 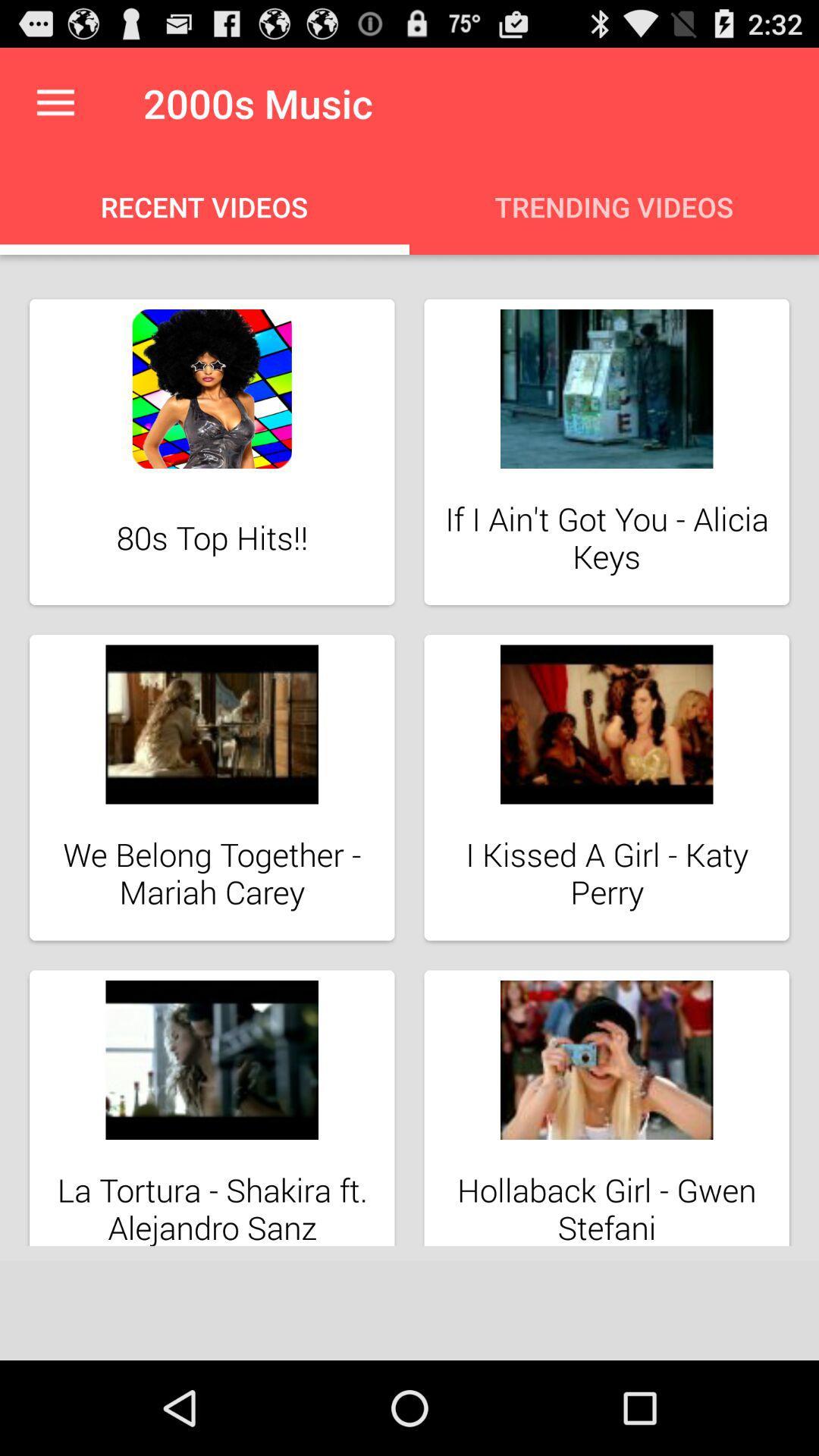 I want to click on the third video which on left side, so click(x=212, y=787).